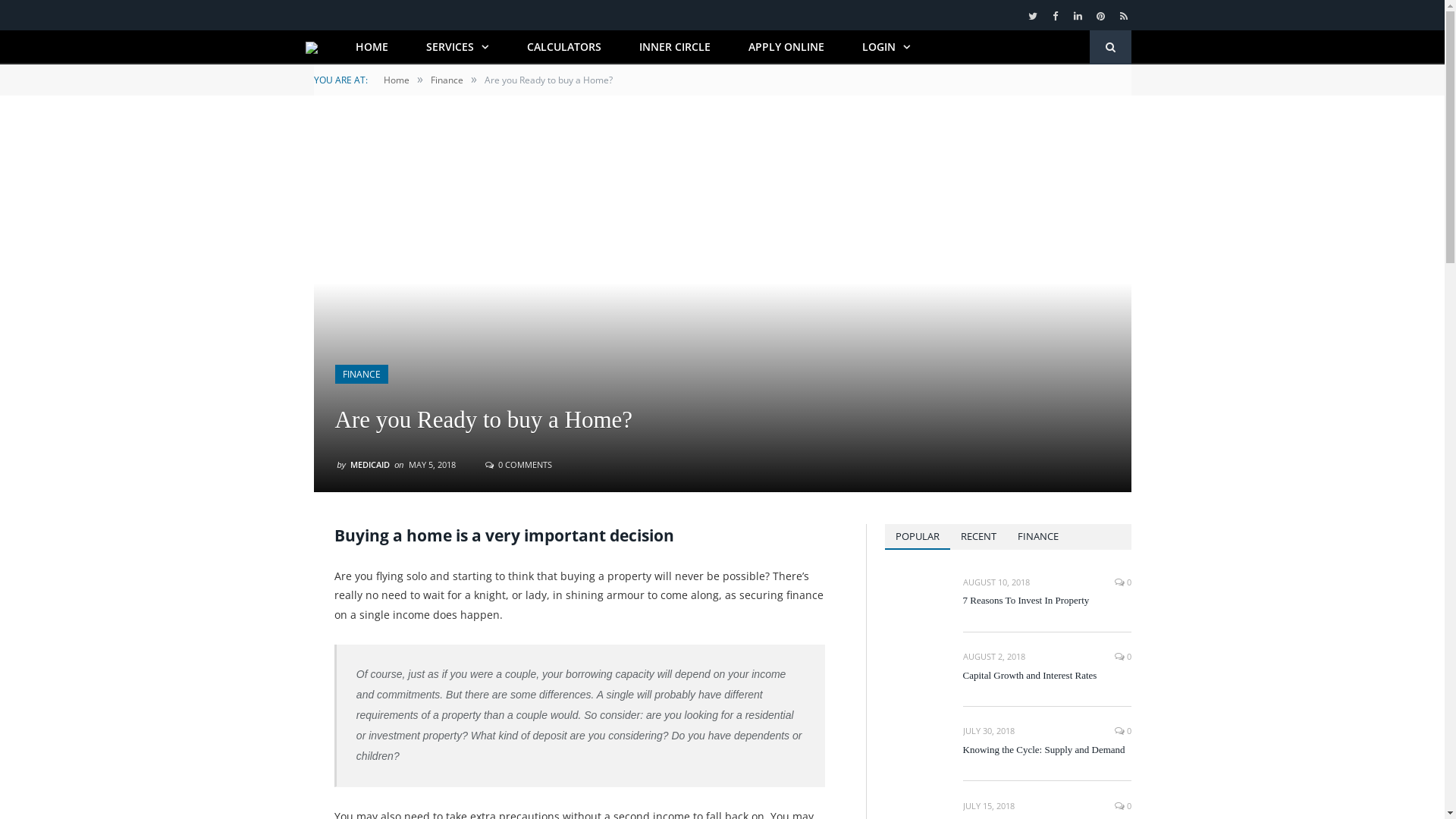 This screenshot has height=819, width=1456. Describe the element at coordinates (336, 46) in the screenshot. I see `'HOME'` at that location.